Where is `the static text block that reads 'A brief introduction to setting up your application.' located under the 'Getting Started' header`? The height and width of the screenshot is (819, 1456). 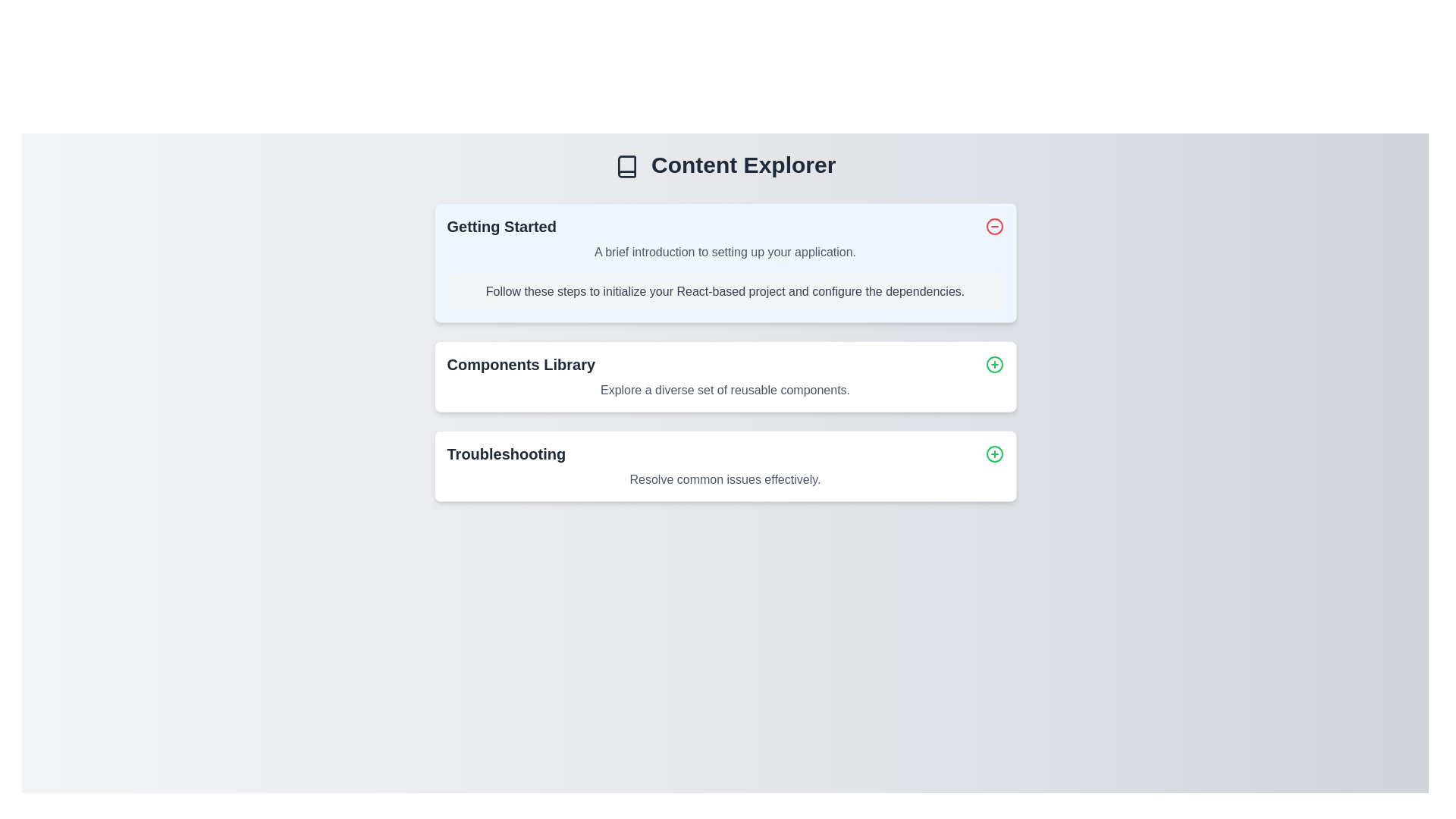 the static text block that reads 'A brief introduction to setting up your application.' located under the 'Getting Started' header is located at coordinates (724, 252).